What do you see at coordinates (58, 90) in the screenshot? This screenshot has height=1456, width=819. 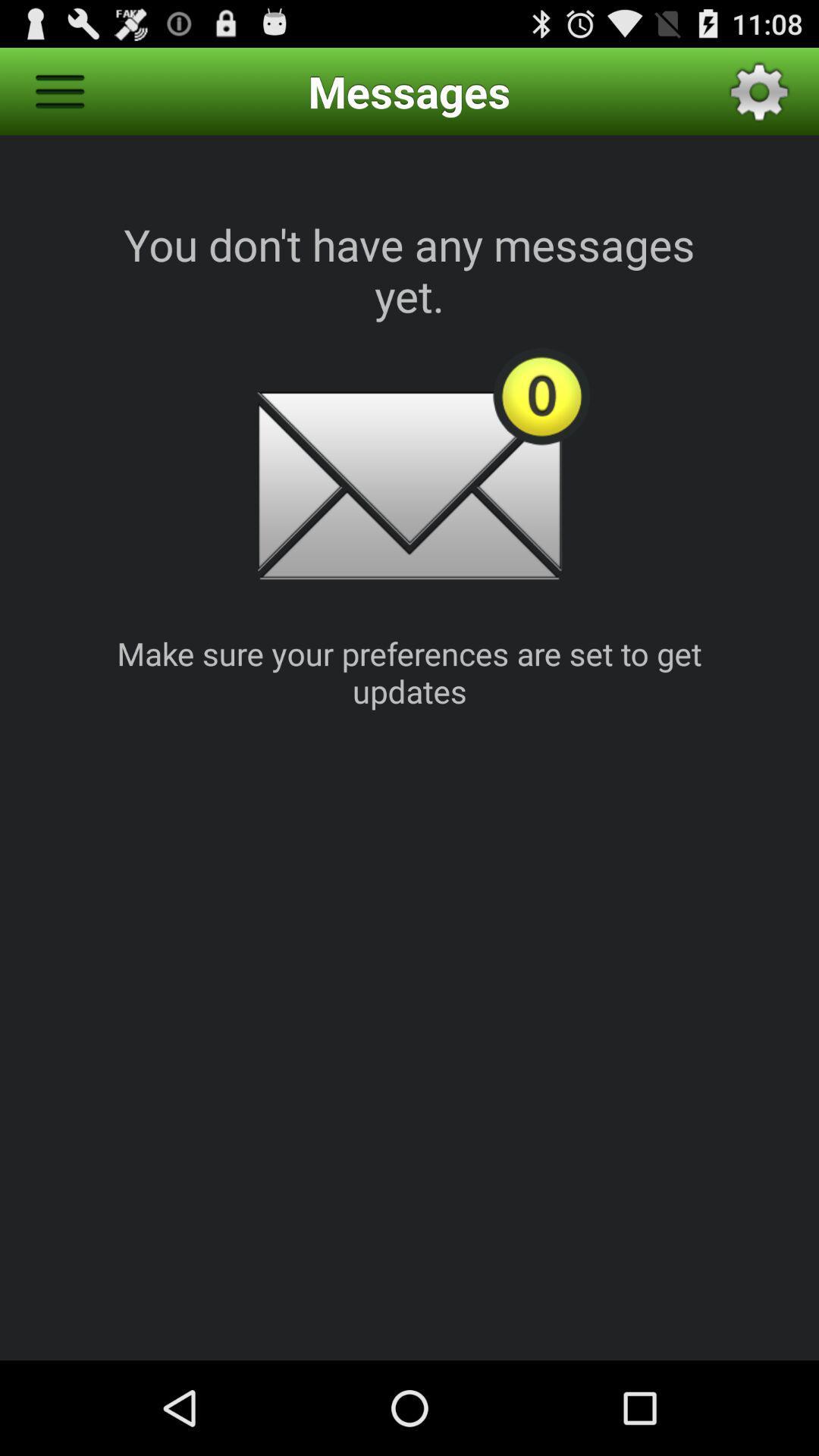 I see `item at the top left corner` at bounding box center [58, 90].